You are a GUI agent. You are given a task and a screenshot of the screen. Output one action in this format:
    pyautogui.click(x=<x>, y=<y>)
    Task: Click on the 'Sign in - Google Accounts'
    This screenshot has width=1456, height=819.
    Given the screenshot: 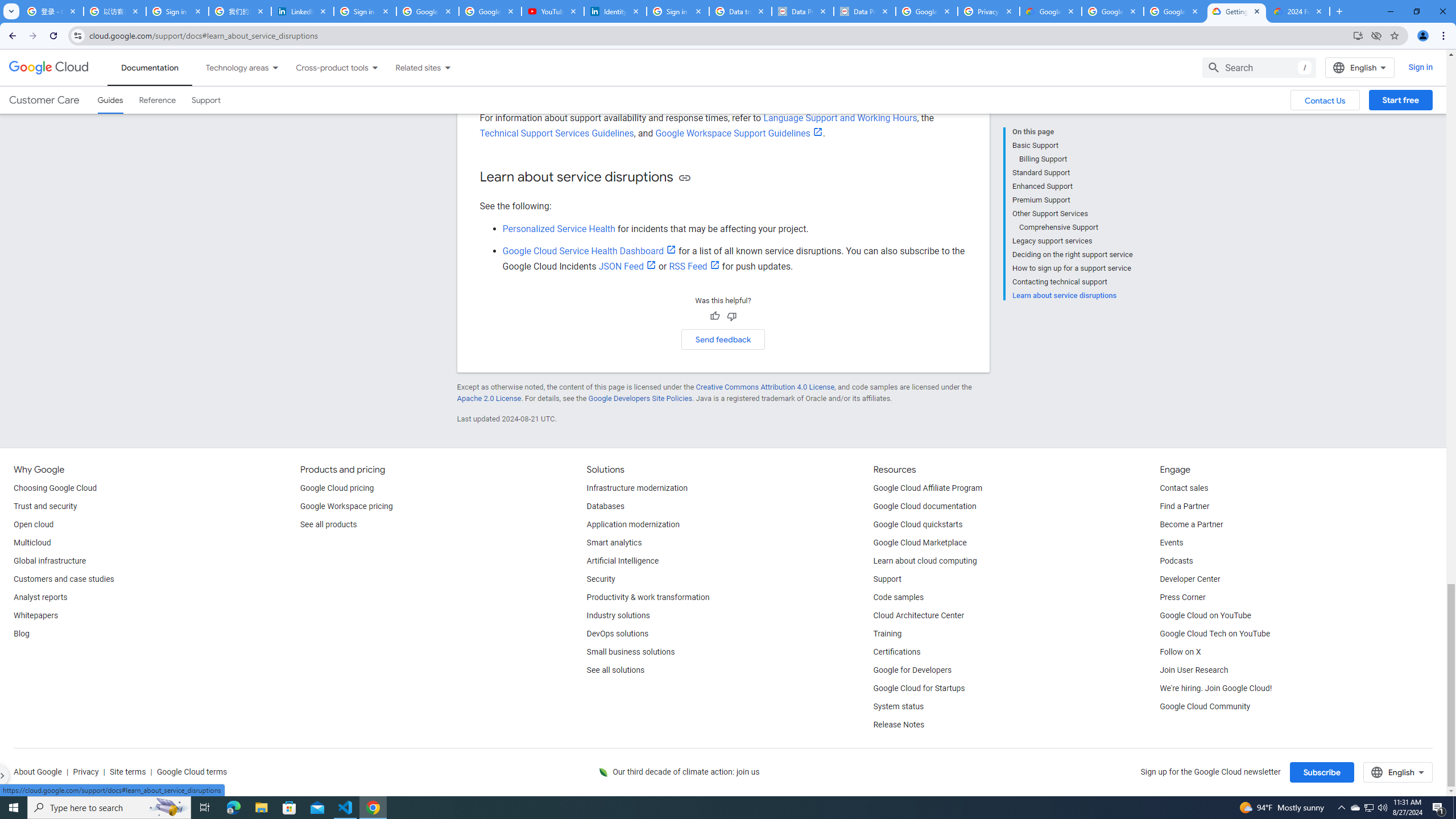 What is the action you would take?
    pyautogui.click(x=677, y=11)
    